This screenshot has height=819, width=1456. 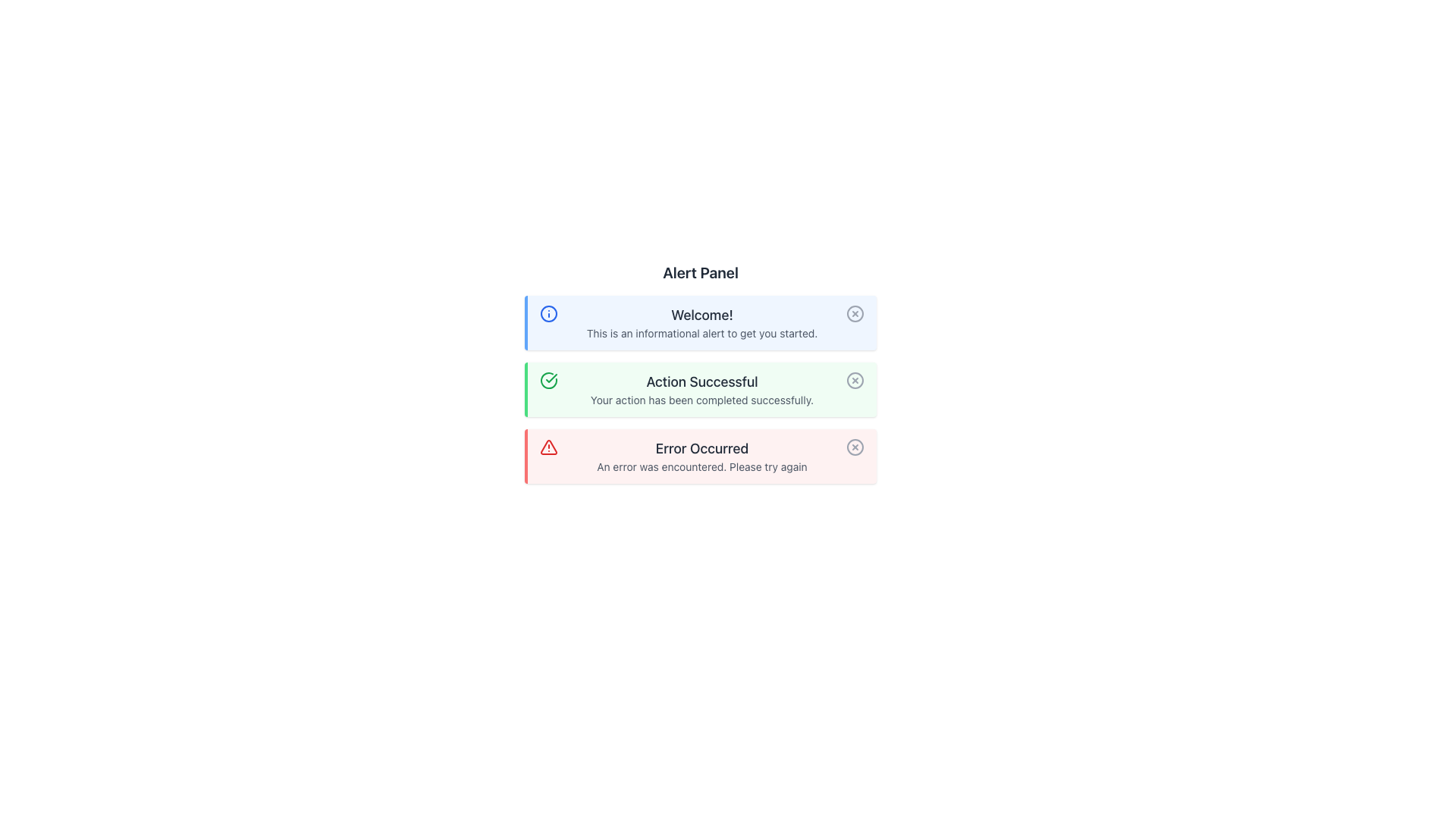 I want to click on text content of the alert box displaying 'Action Successful' and 'Your action has been completed successfully.', so click(x=701, y=388).